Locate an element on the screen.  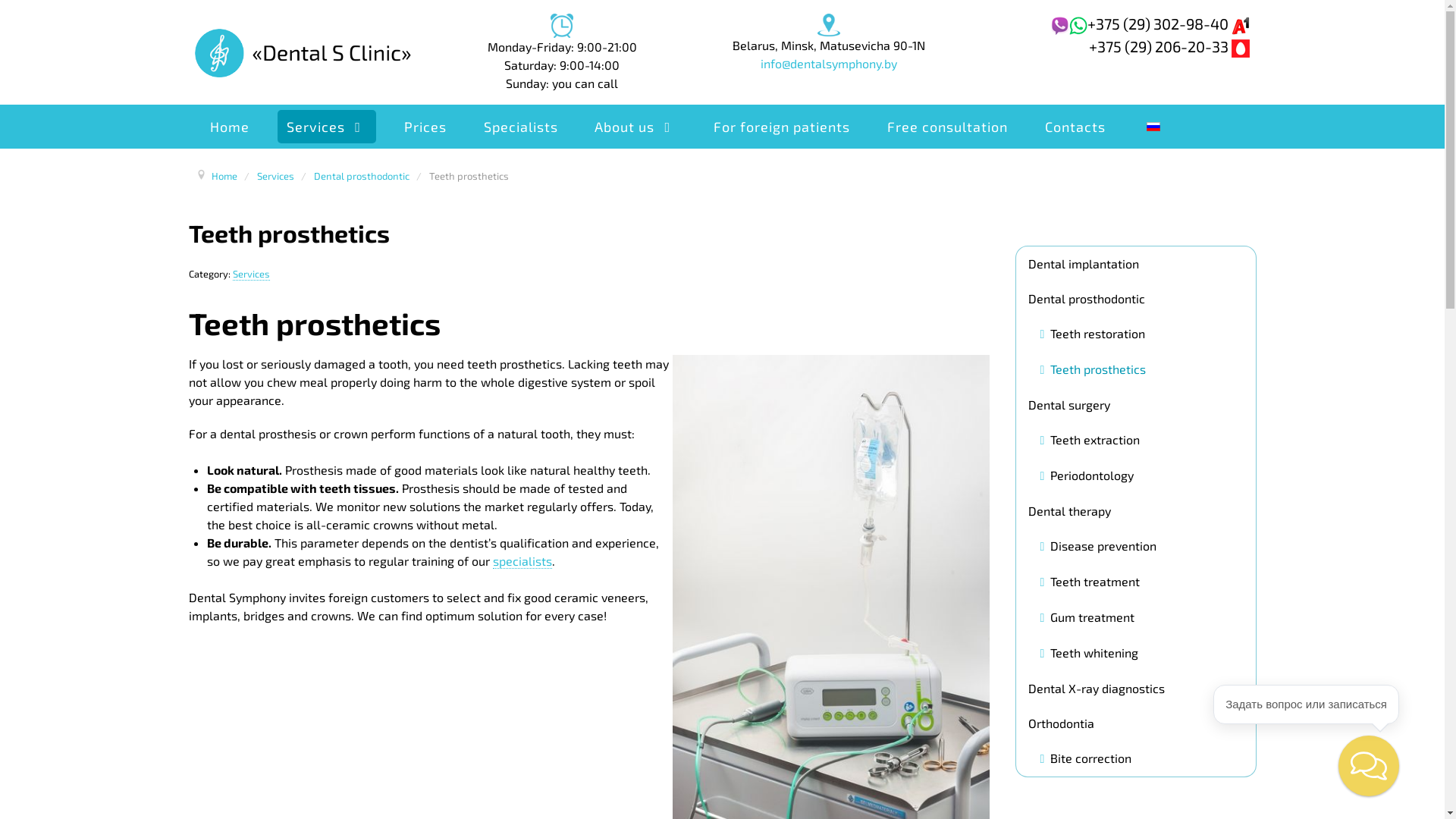
'About us' is located at coordinates (635, 125).